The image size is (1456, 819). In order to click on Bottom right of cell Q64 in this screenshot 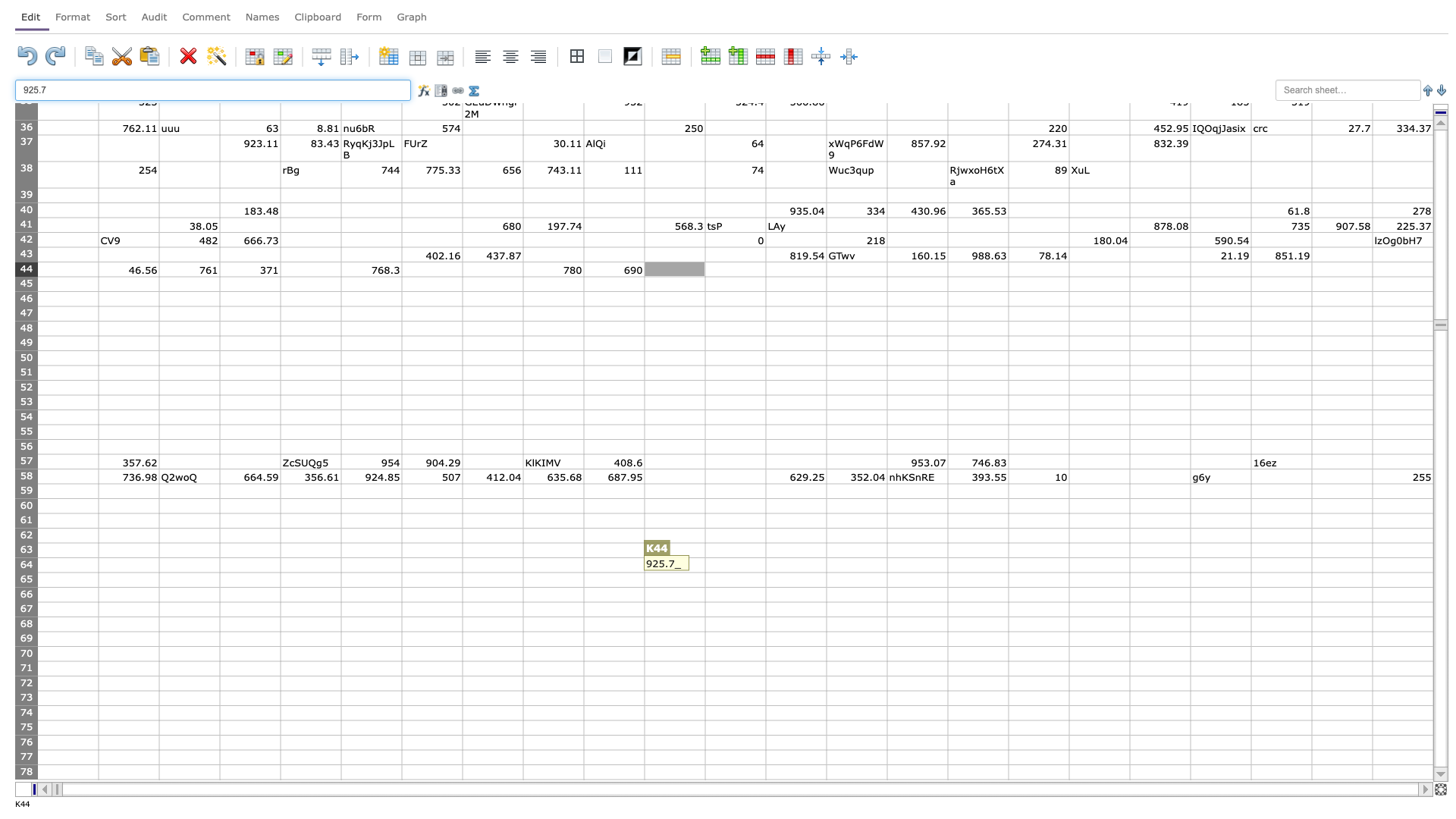, I will do `click(1068, 573)`.